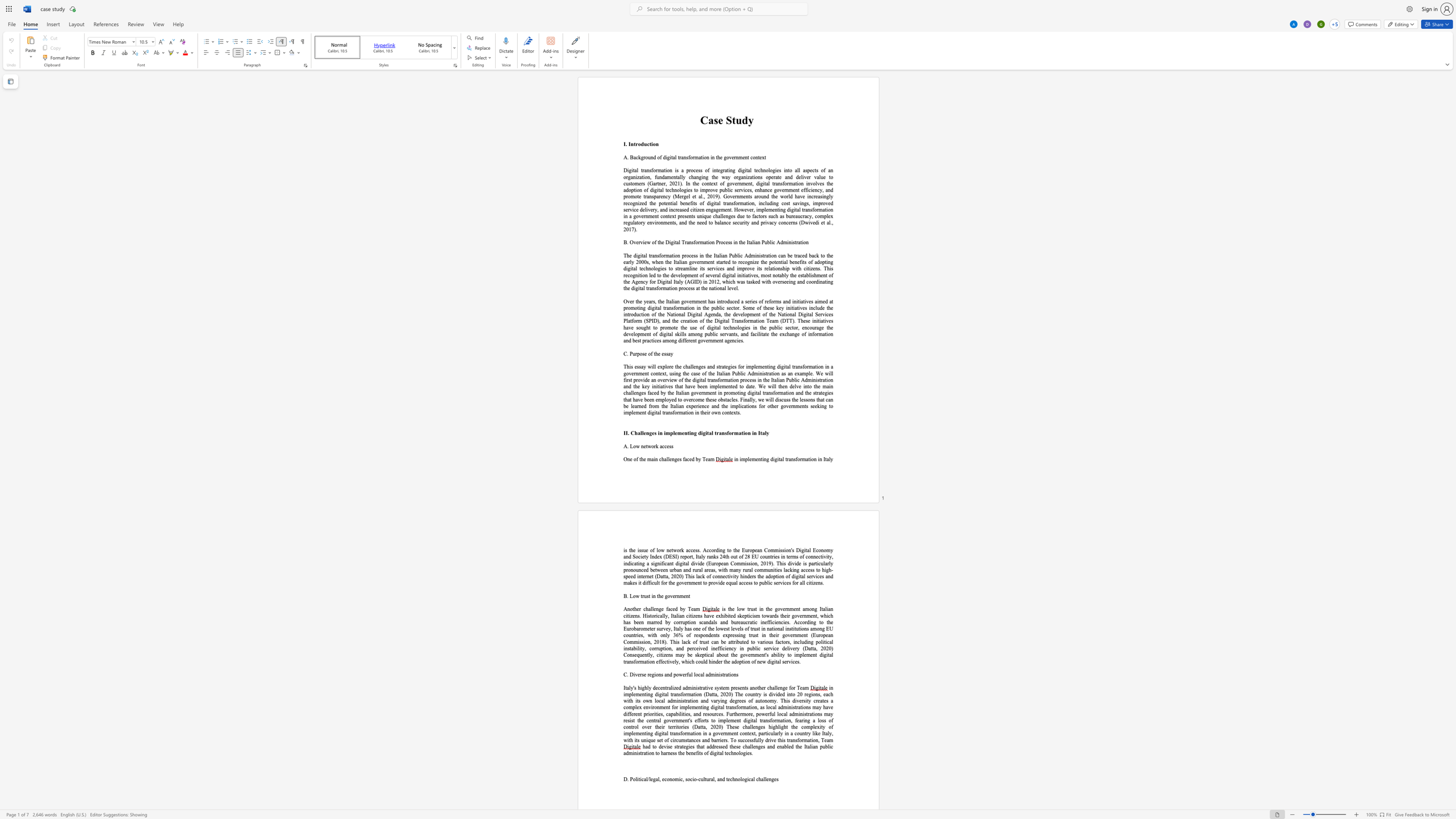 The image size is (1456, 819). What do you see at coordinates (738, 432) in the screenshot?
I see `the space between the continuous character "m" and "a" in the text` at bounding box center [738, 432].